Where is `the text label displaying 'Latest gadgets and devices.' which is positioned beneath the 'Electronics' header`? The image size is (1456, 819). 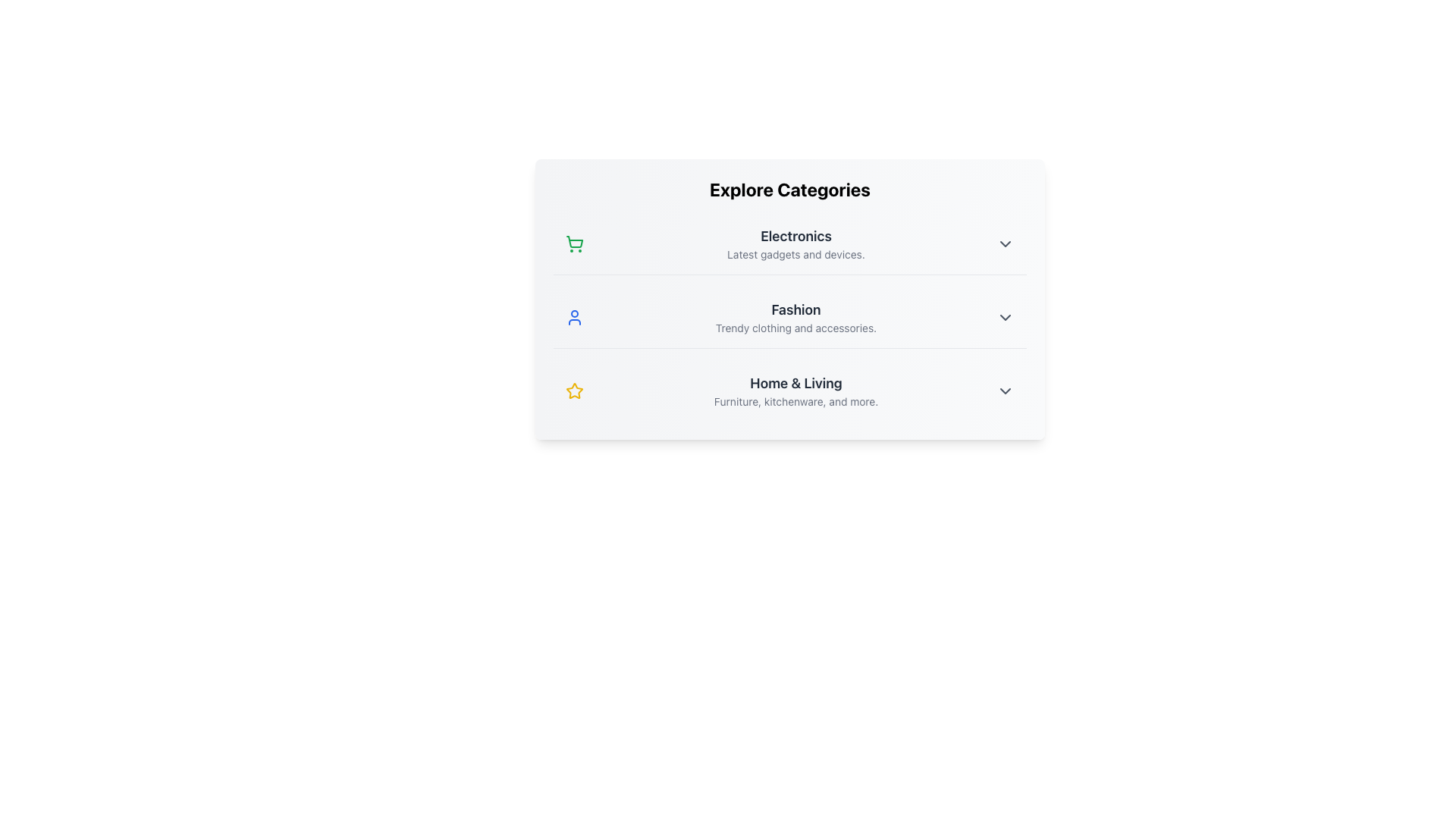
the text label displaying 'Latest gadgets and devices.' which is positioned beneath the 'Electronics' header is located at coordinates (795, 253).